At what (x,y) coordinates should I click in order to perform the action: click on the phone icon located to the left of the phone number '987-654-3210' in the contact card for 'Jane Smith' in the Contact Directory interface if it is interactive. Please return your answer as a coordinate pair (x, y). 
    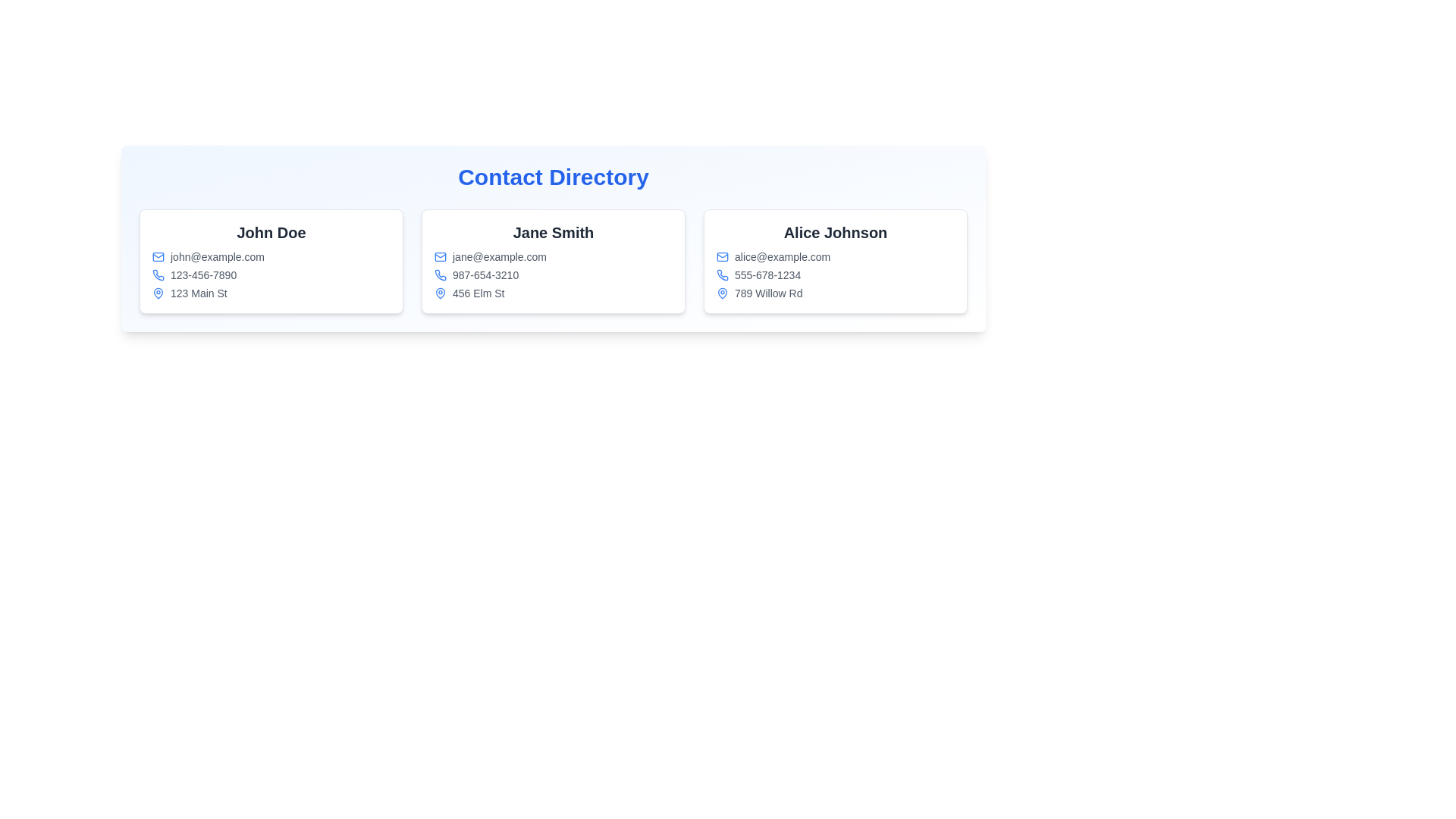
    Looking at the image, I should click on (439, 275).